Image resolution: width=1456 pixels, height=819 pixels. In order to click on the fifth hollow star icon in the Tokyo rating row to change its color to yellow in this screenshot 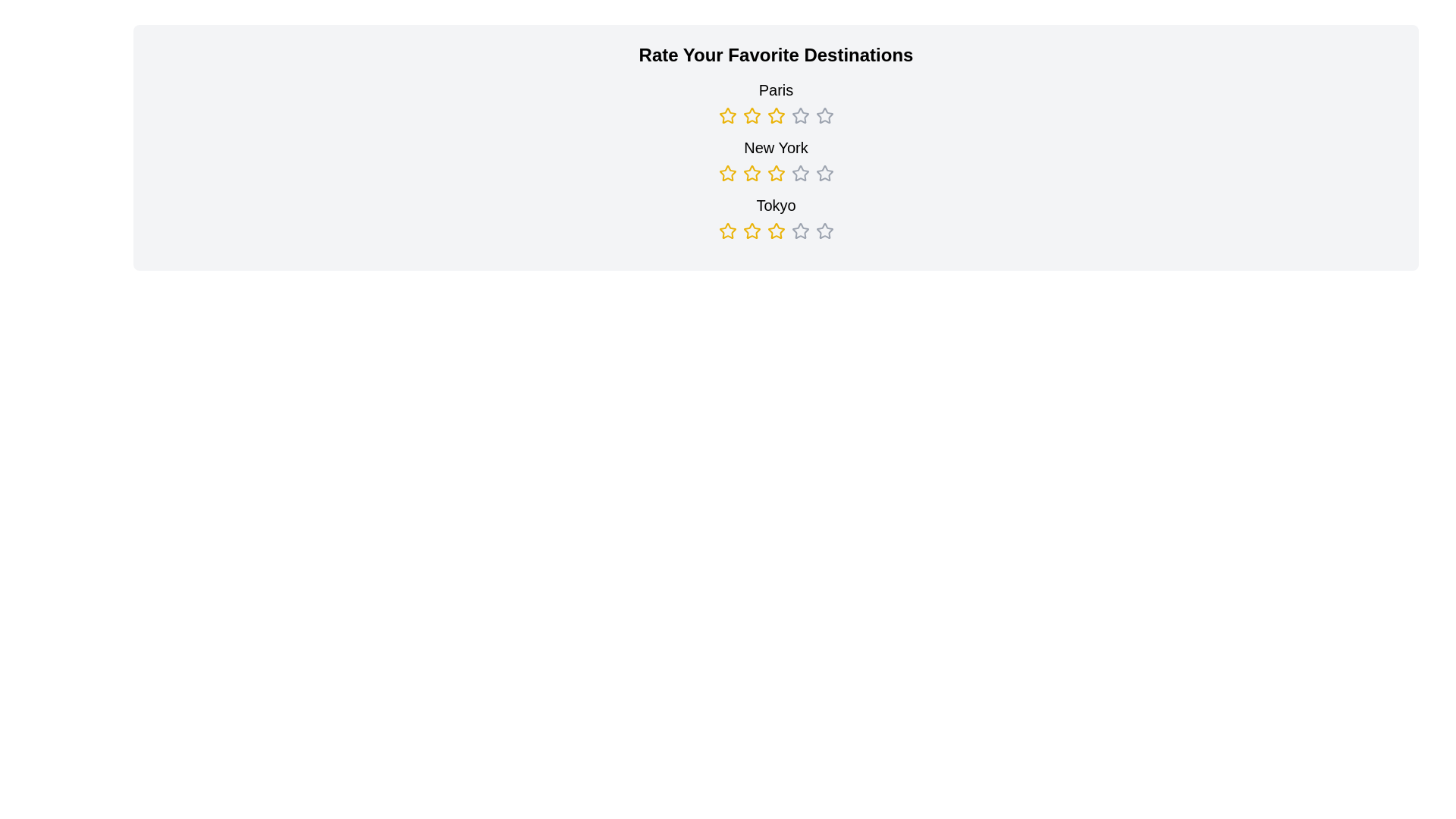, I will do `click(824, 231)`.